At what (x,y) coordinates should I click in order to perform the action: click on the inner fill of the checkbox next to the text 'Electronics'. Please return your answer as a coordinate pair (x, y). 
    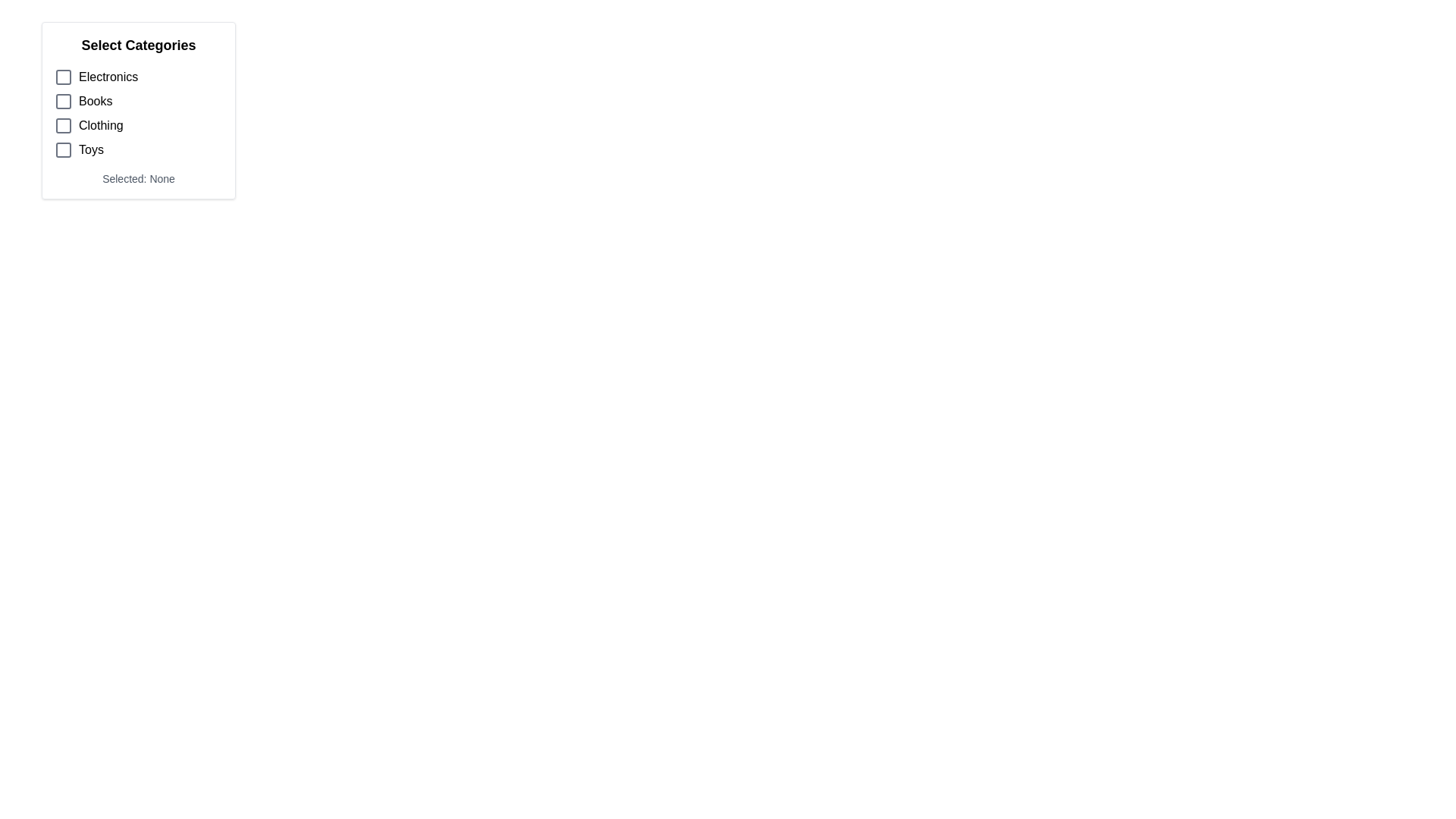
    Looking at the image, I should click on (62, 77).